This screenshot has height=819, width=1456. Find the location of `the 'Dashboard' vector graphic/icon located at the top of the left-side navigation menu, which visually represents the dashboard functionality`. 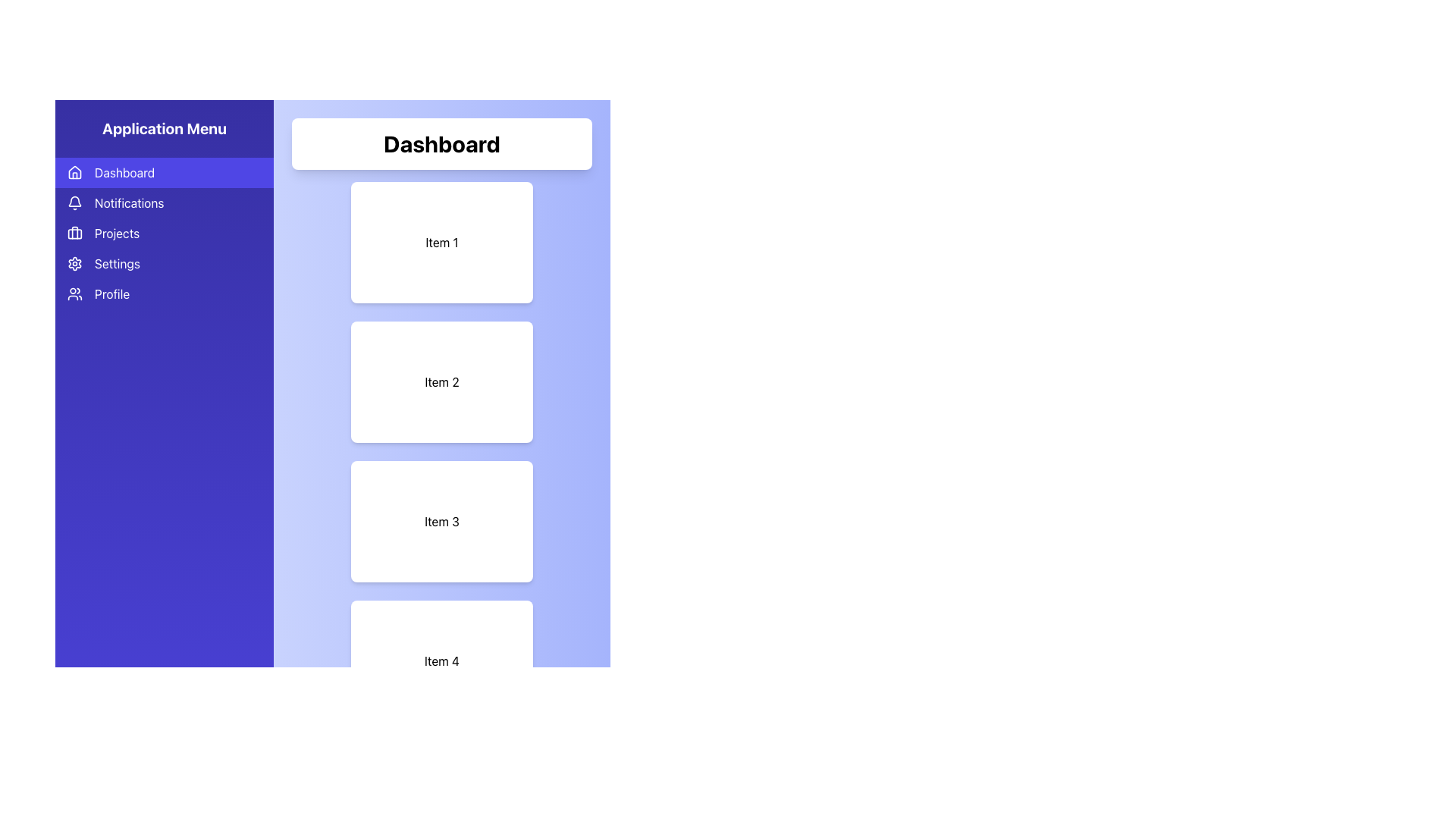

the 'Dashboard' vector graphic/icon located at the top of the left-side navigation menu, which visually represents the dashboard functionality is located at coordinates (74, 171).